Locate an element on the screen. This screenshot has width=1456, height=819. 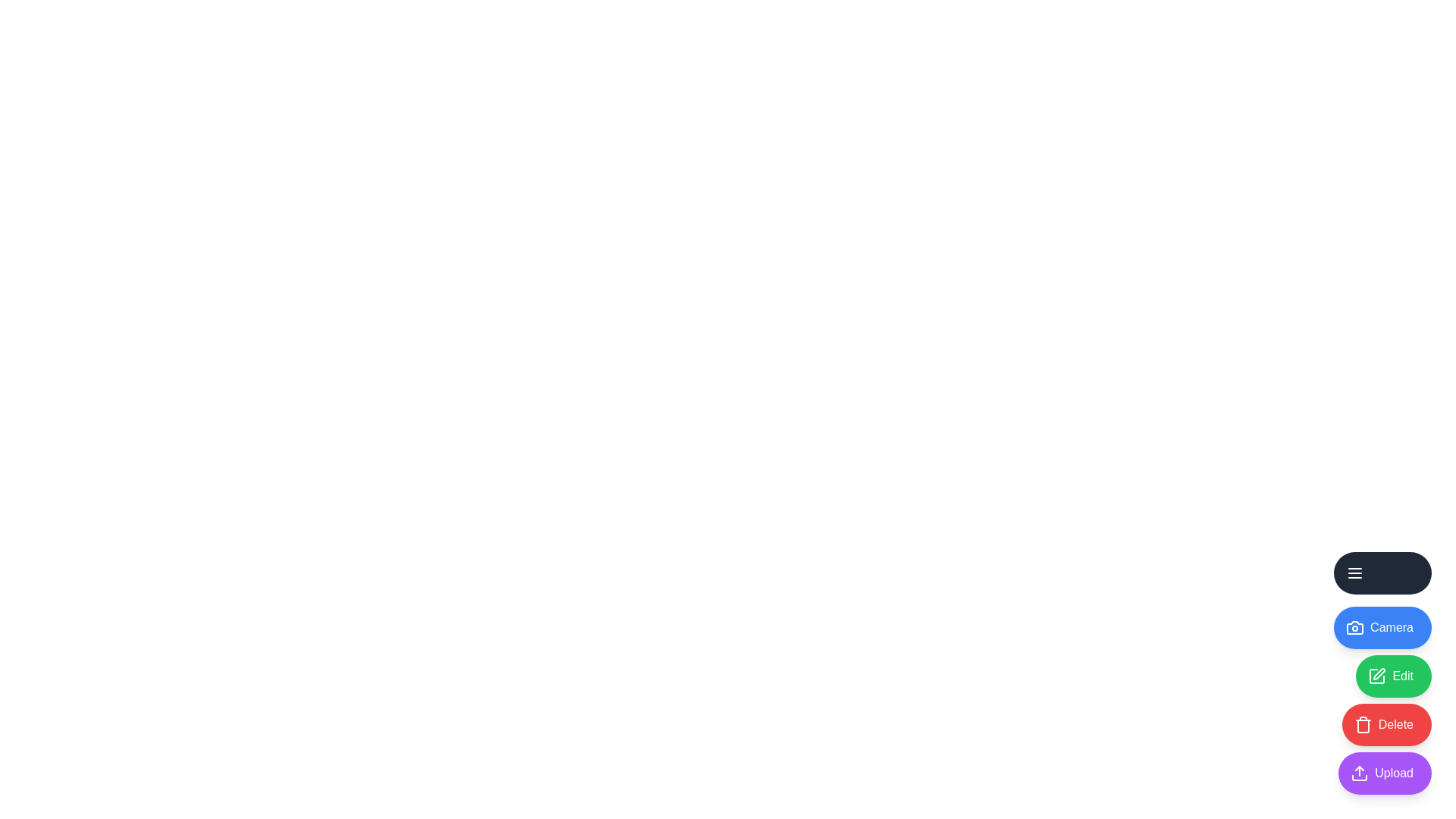
the Edit icon to interact with it is located at coordinates (1394, 675).